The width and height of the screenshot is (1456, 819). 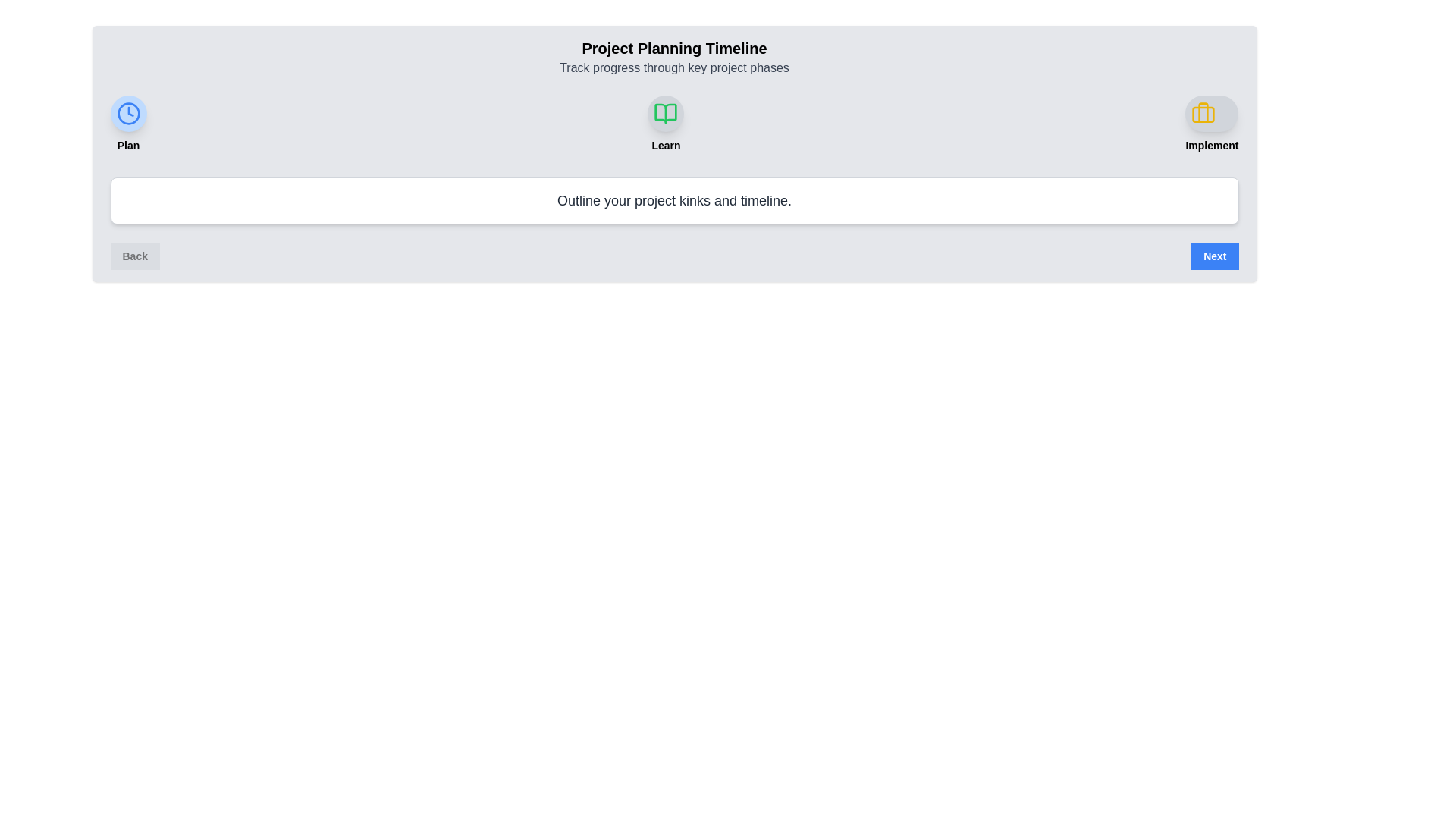 I want to click on the milestone icon corresponding to Implement to view its description, so click(x=1211, y=113).